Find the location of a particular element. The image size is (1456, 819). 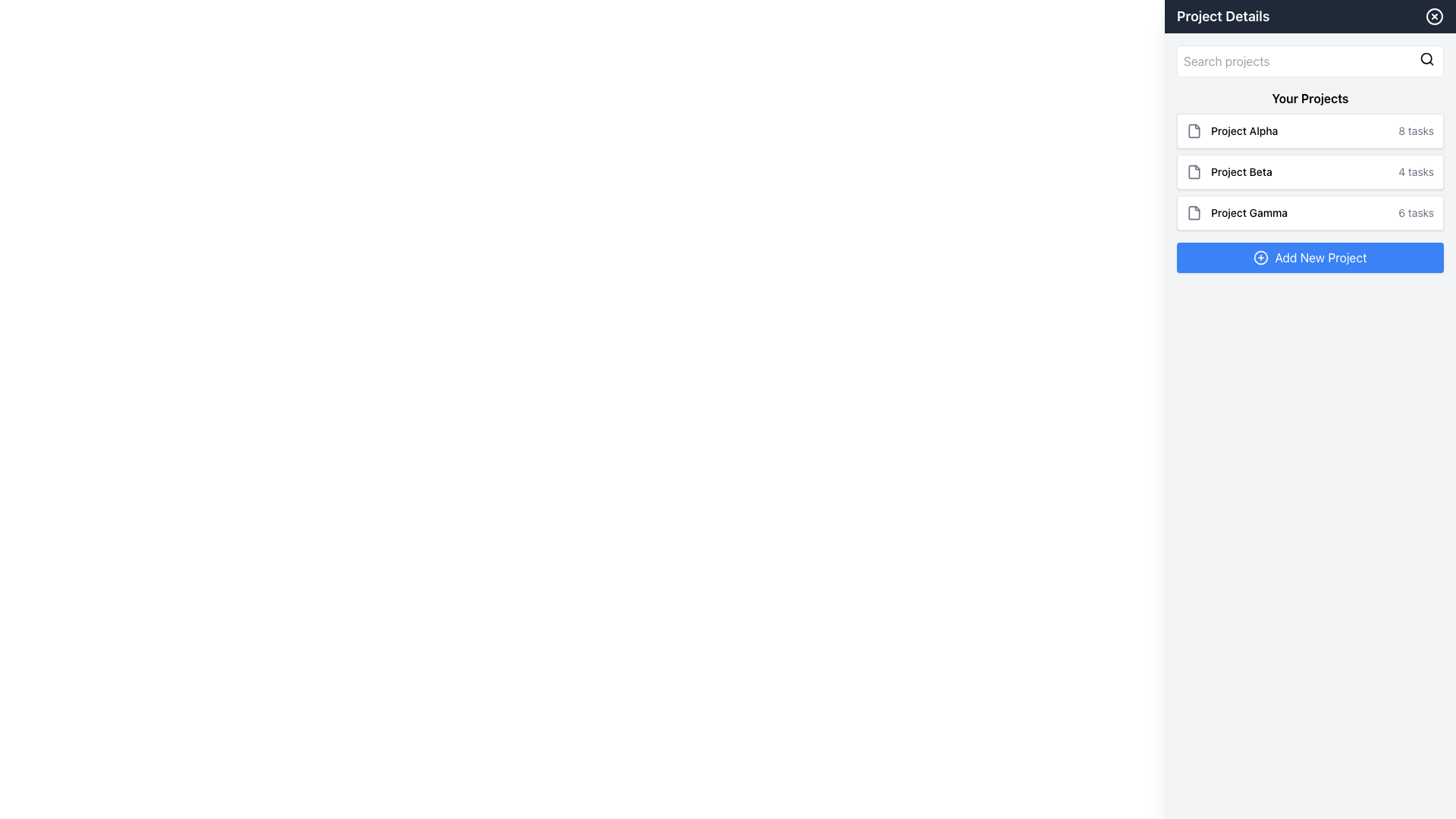

the button located at the bottom of the 'Project Details' section to change its background color is located at coordinates (1310, 256).